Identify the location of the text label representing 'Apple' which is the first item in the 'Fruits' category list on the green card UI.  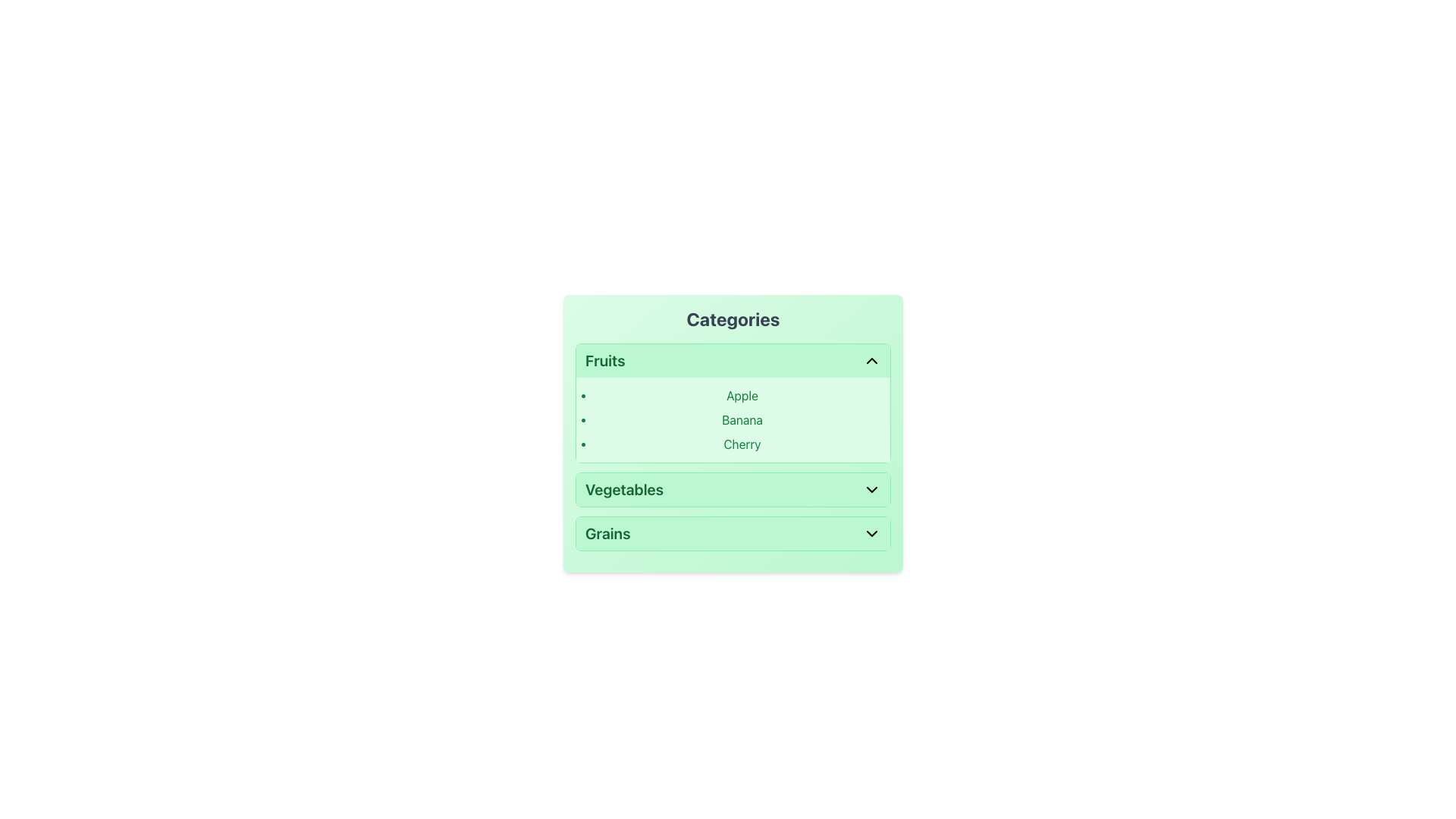
(742, 394).